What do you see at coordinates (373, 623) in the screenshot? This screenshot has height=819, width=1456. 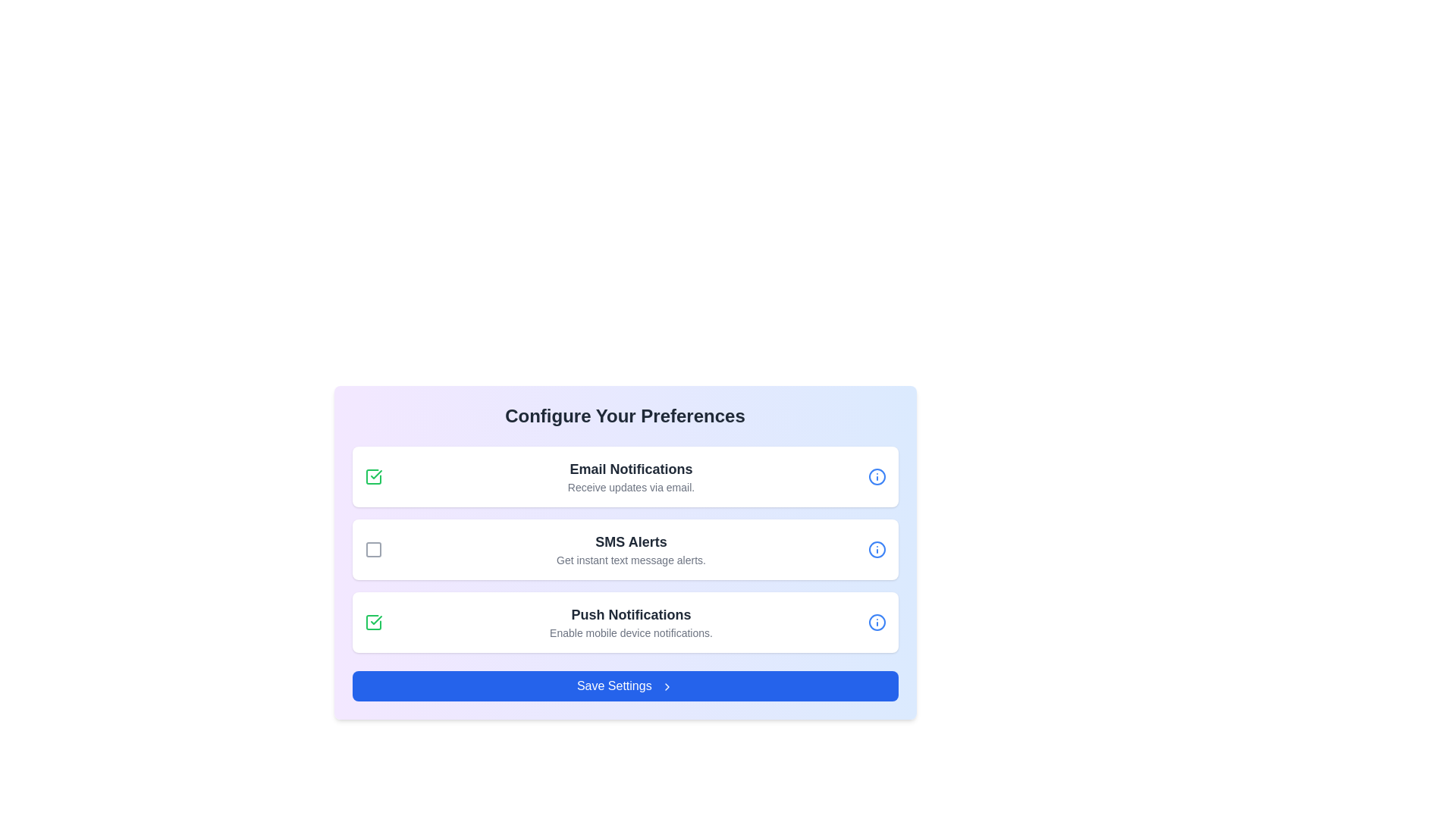 I see `the green-bordered checkbox with a green checkmark next to the 'Push Notifications' label` at bounding box center [373, 623].